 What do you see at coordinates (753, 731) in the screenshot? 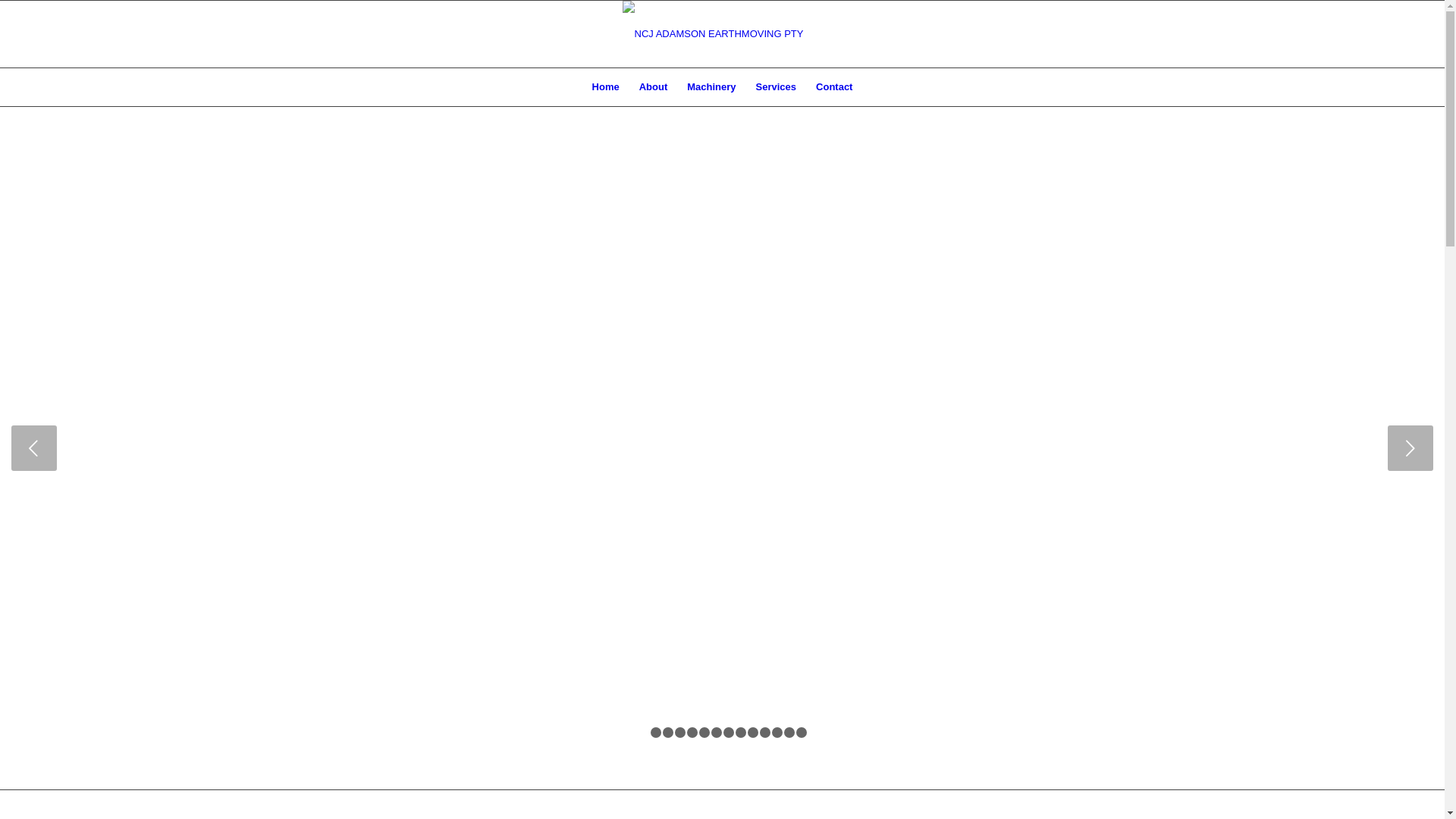
I see `'10'` at bounding box center [753, 731].